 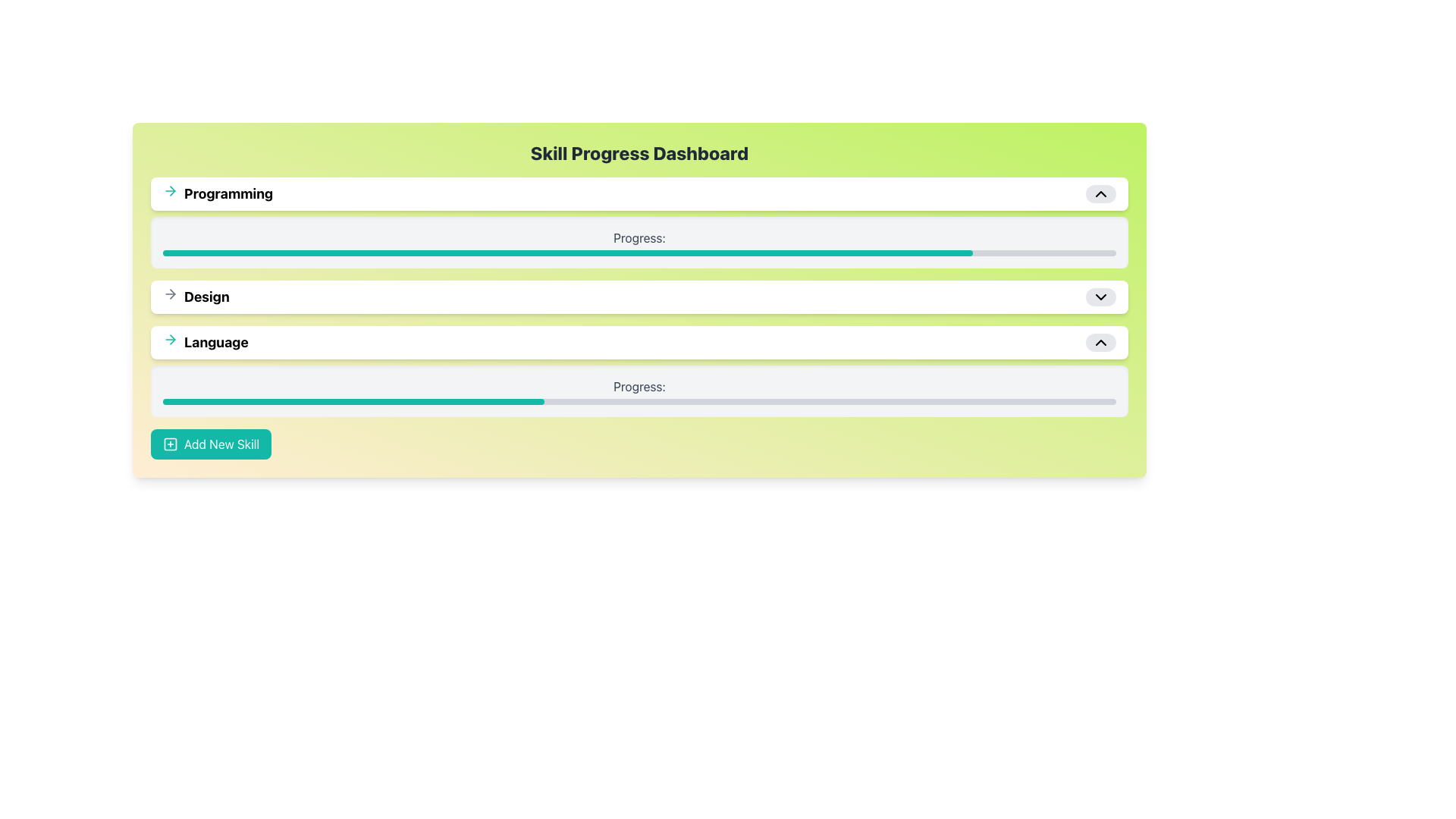 I want to click on text label indicating the category 'Programming' located in the upper-left portion of the green section card, which is the first entry in a vertical list, so click(x=227, y=193).